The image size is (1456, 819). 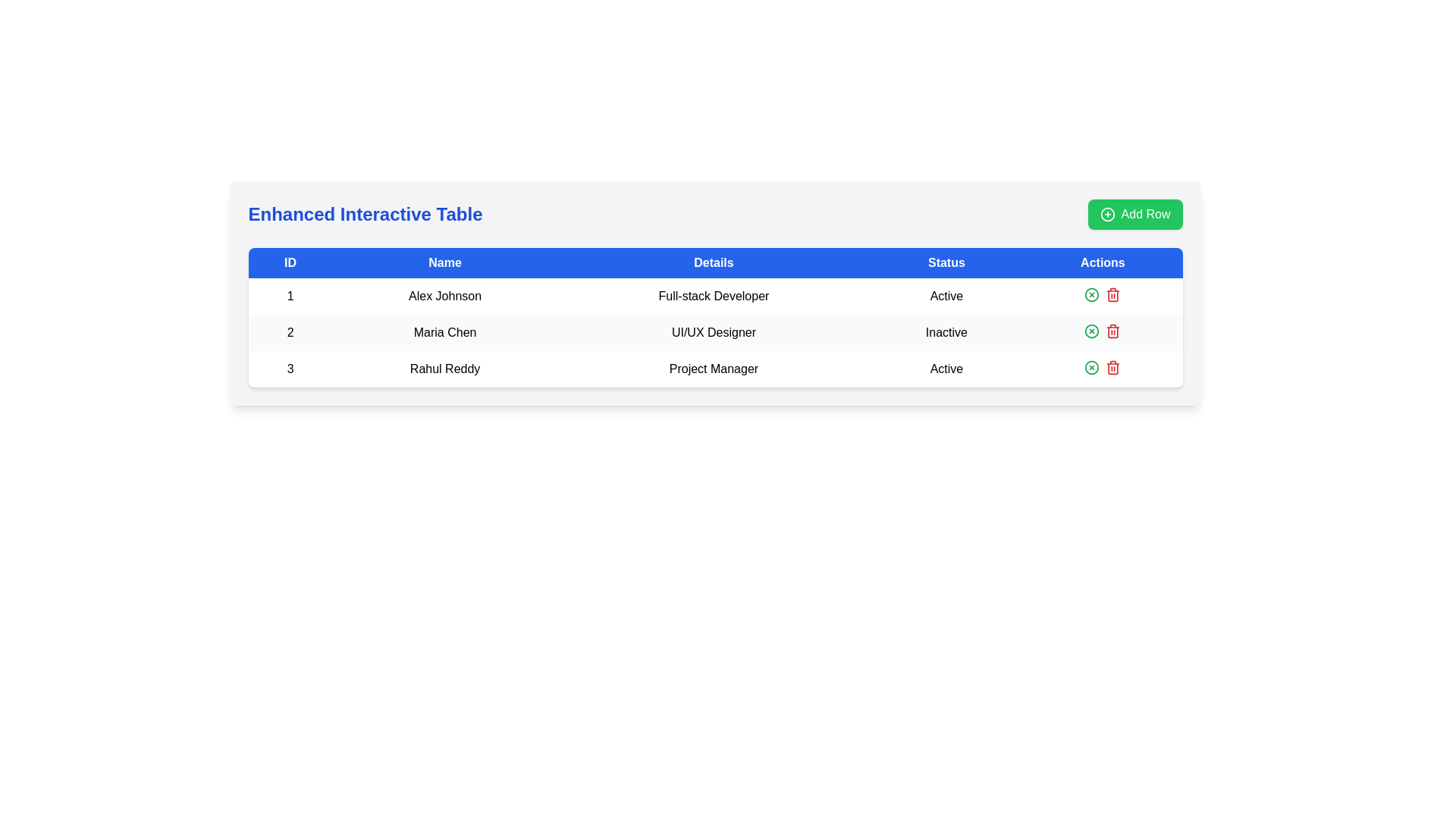 What do you see at coordinates (1103, 262) in the screenshot?
I see `the column header label located at the far right of the header row in the table, which indicates action buttons for each row` at bounding box center [1103, 262].